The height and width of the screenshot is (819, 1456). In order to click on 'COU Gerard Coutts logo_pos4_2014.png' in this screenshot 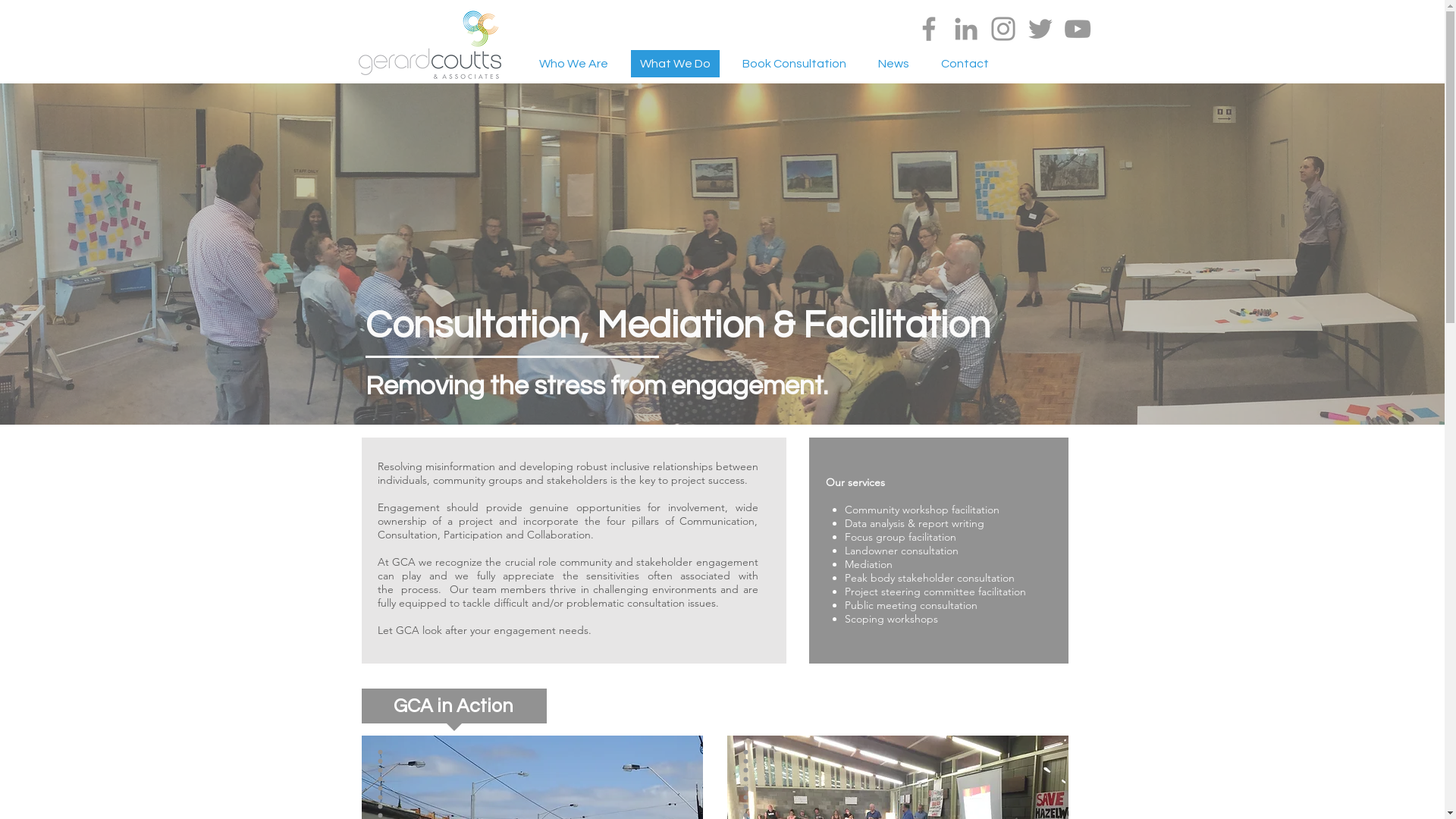, I will do `click(428, 44)`.